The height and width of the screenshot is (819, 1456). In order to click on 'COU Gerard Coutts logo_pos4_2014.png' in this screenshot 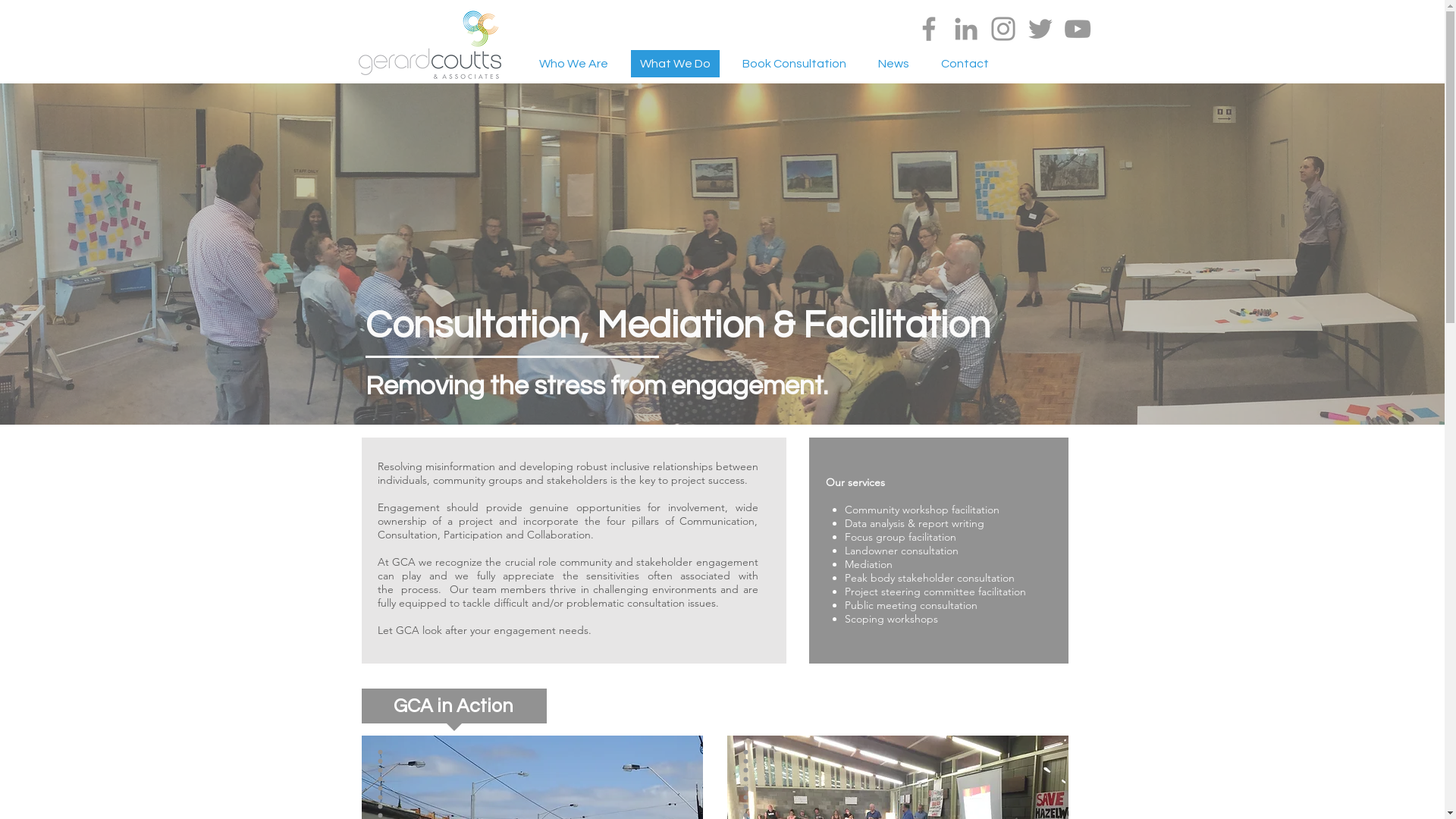, I will do `click(428, 44)`.